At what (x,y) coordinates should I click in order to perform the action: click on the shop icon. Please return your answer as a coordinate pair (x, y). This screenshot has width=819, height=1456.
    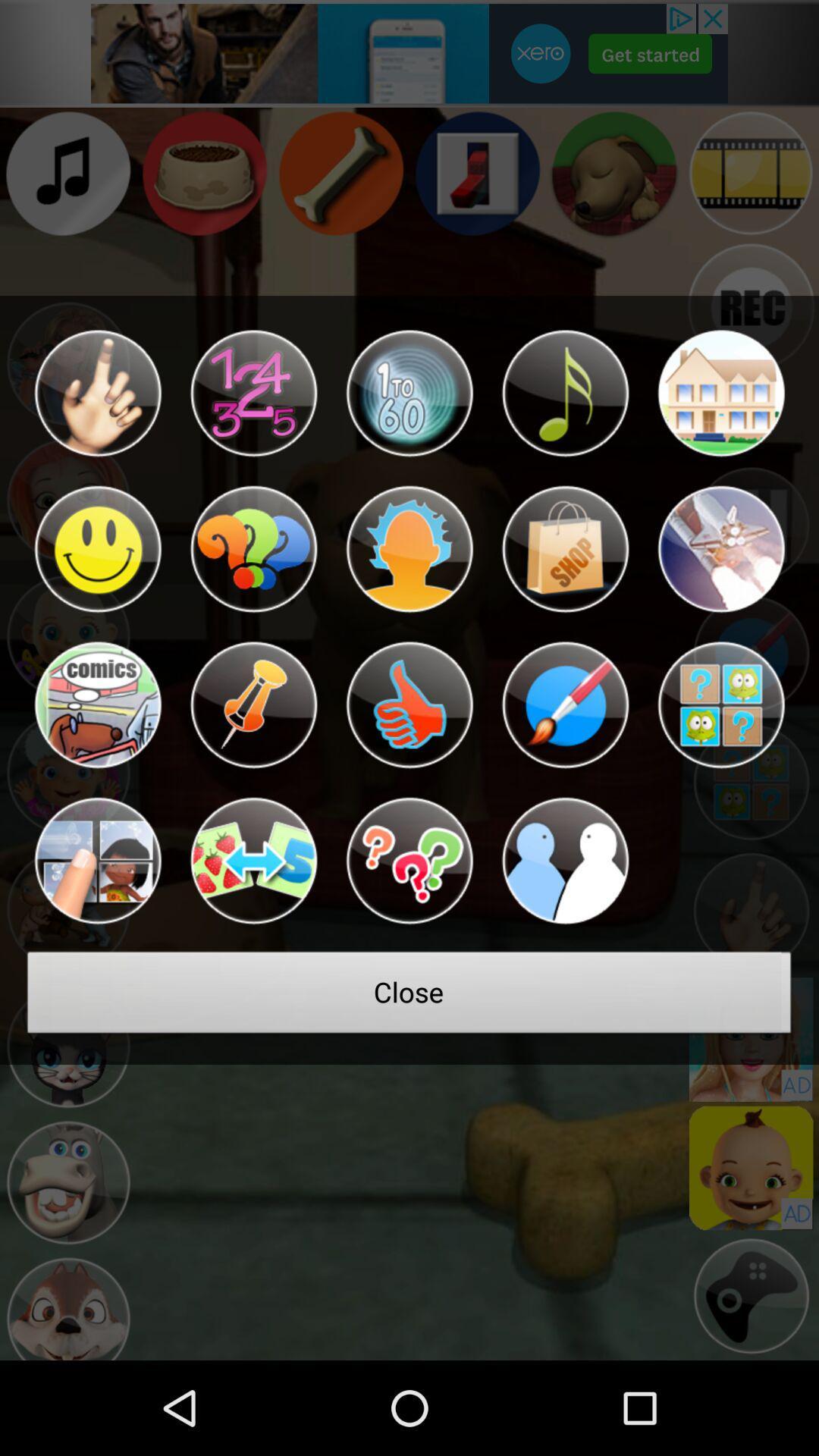
    Looking at the image, I should click on (565, 587).